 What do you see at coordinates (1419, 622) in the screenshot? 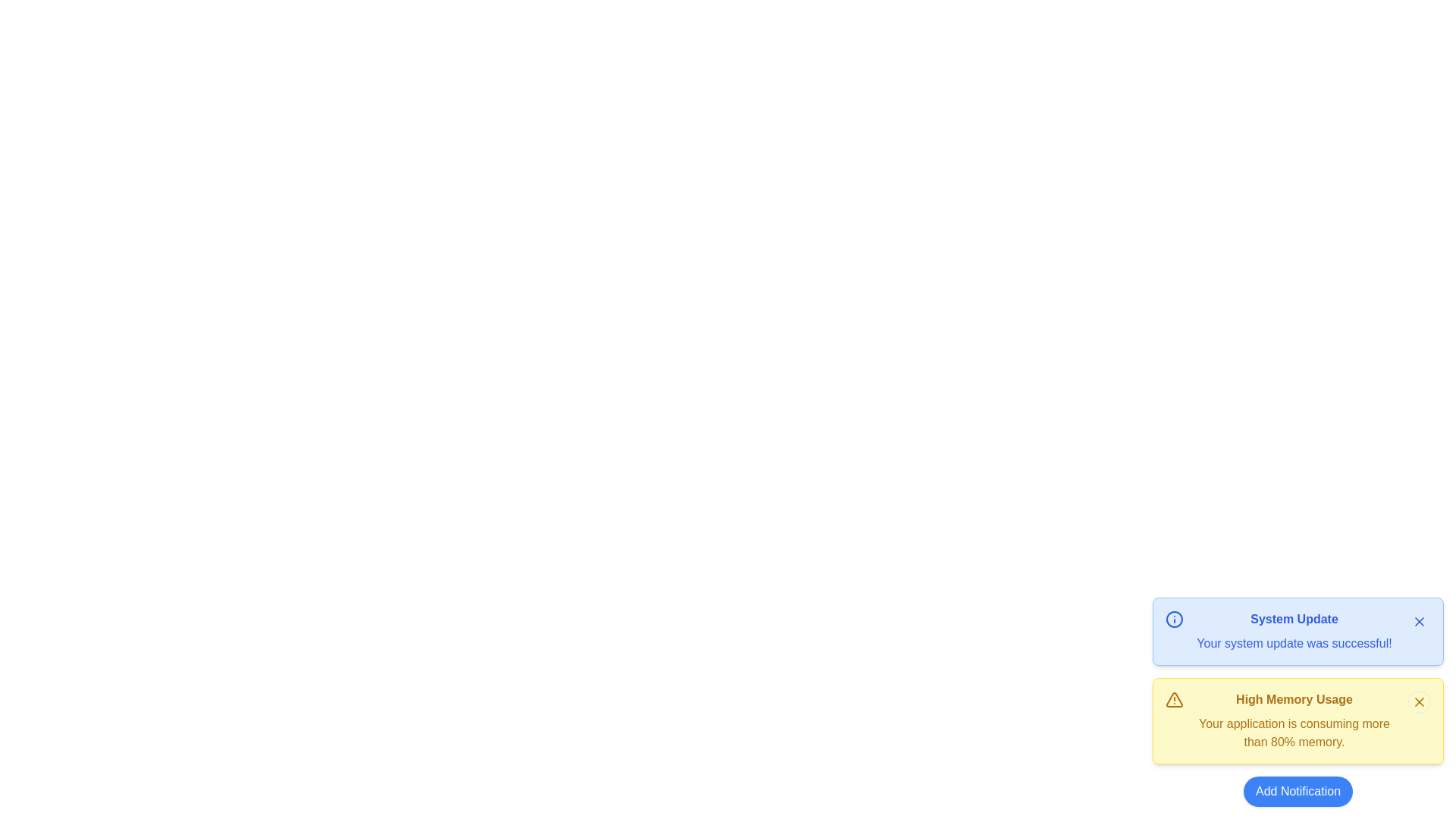
I see `the close button located in the top-right corner of the 'System Update' notification box` at bounding box center [1419, 622].